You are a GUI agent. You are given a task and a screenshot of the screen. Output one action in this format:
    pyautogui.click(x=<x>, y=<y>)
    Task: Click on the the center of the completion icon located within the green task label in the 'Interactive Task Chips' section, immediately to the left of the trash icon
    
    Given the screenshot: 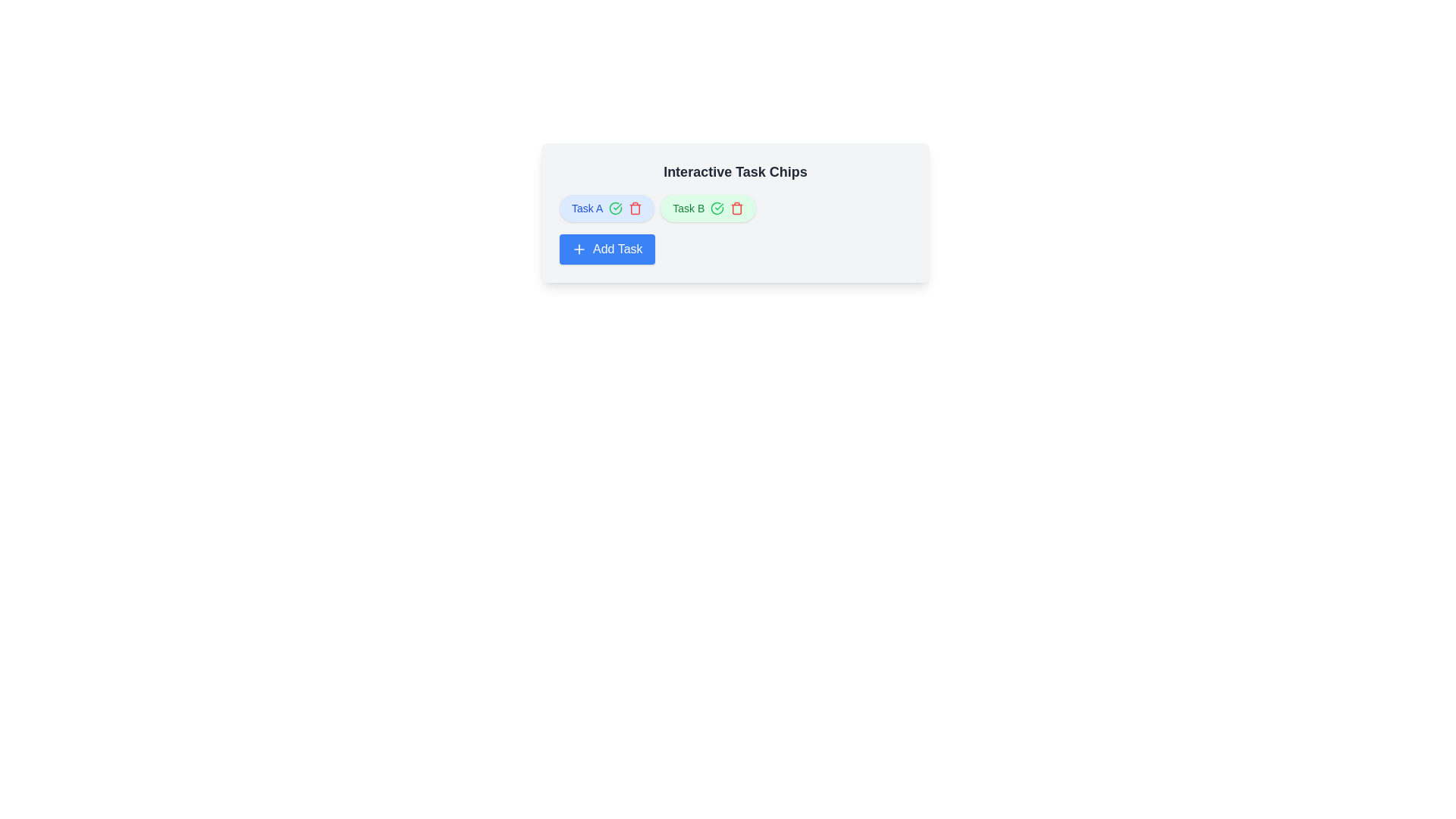 What is the action you would take?
    pyautogui.click(x=616, y=208)
    